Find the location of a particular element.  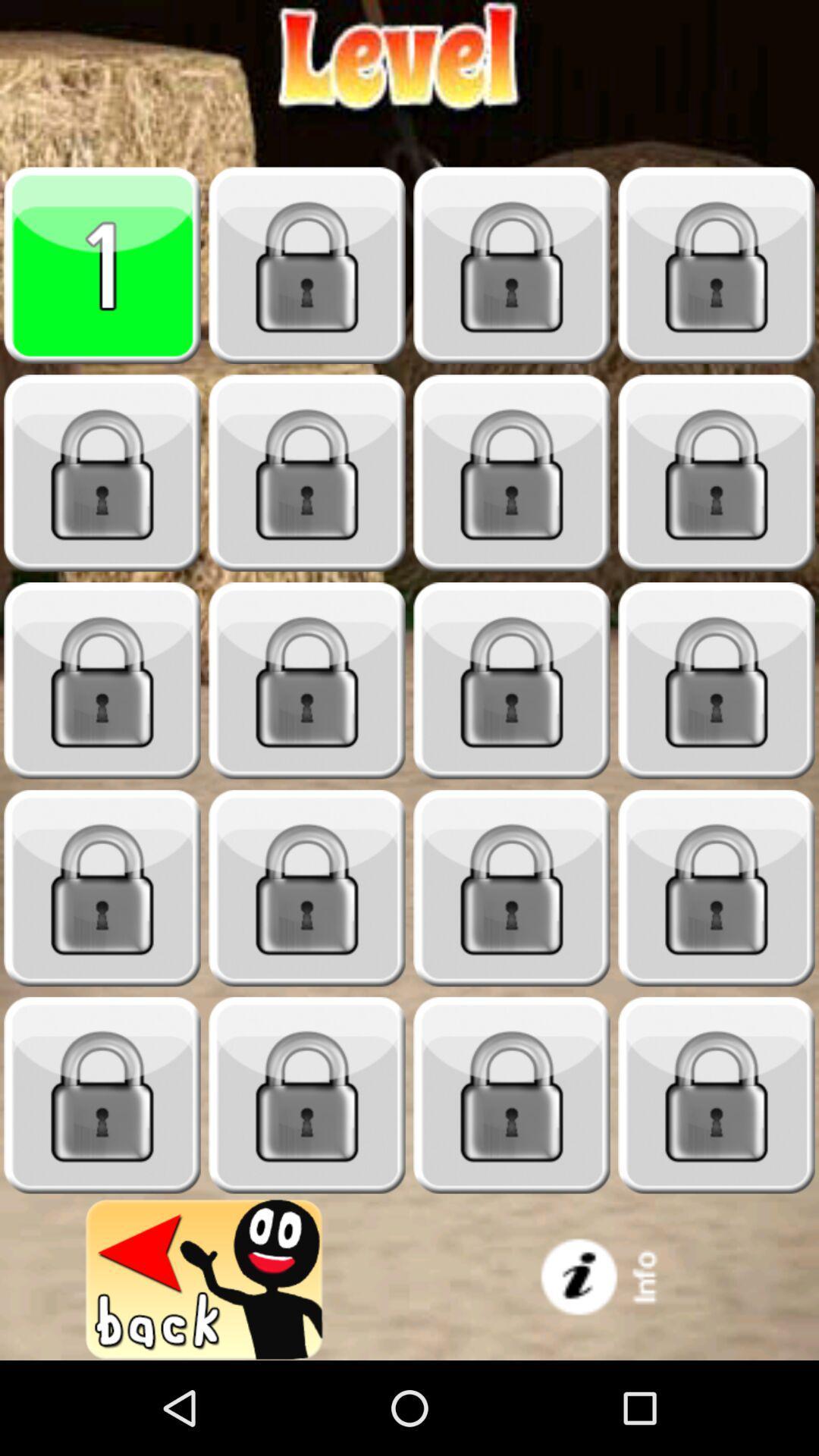

game page is located at coordinates (102, 265).